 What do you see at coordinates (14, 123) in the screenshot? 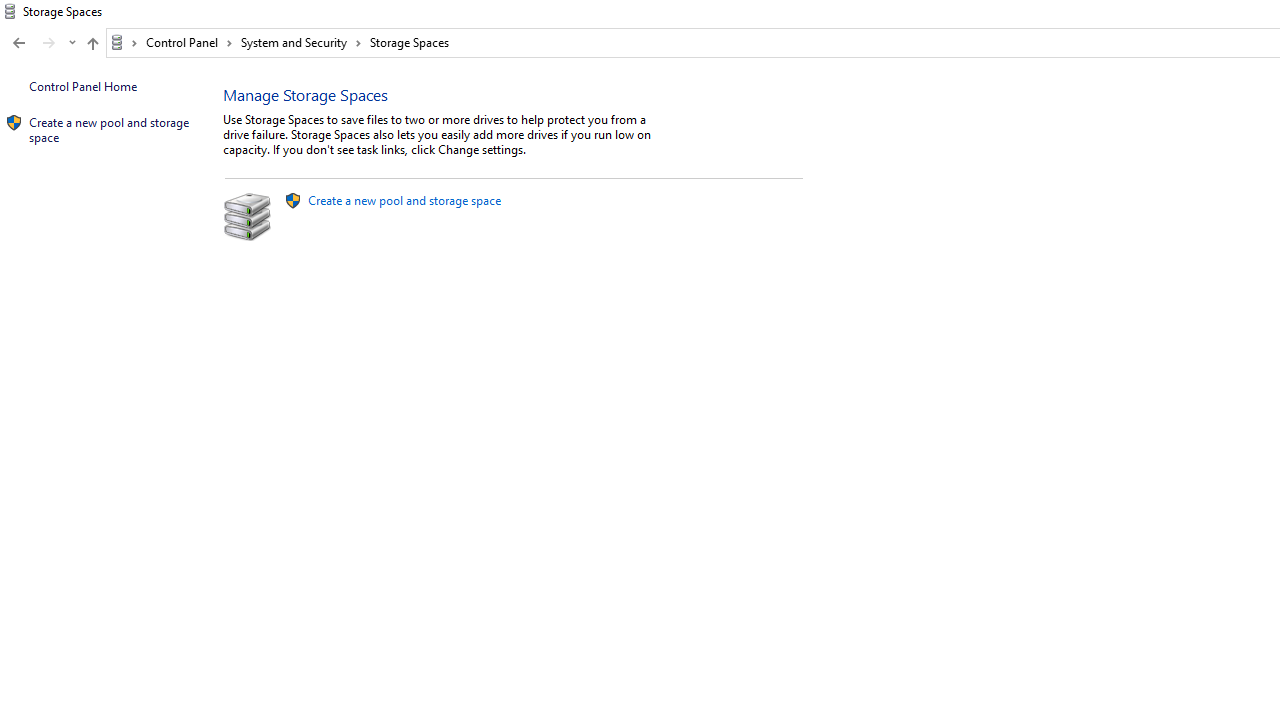
I see `'Icon'` at bounding box center [14, 123].